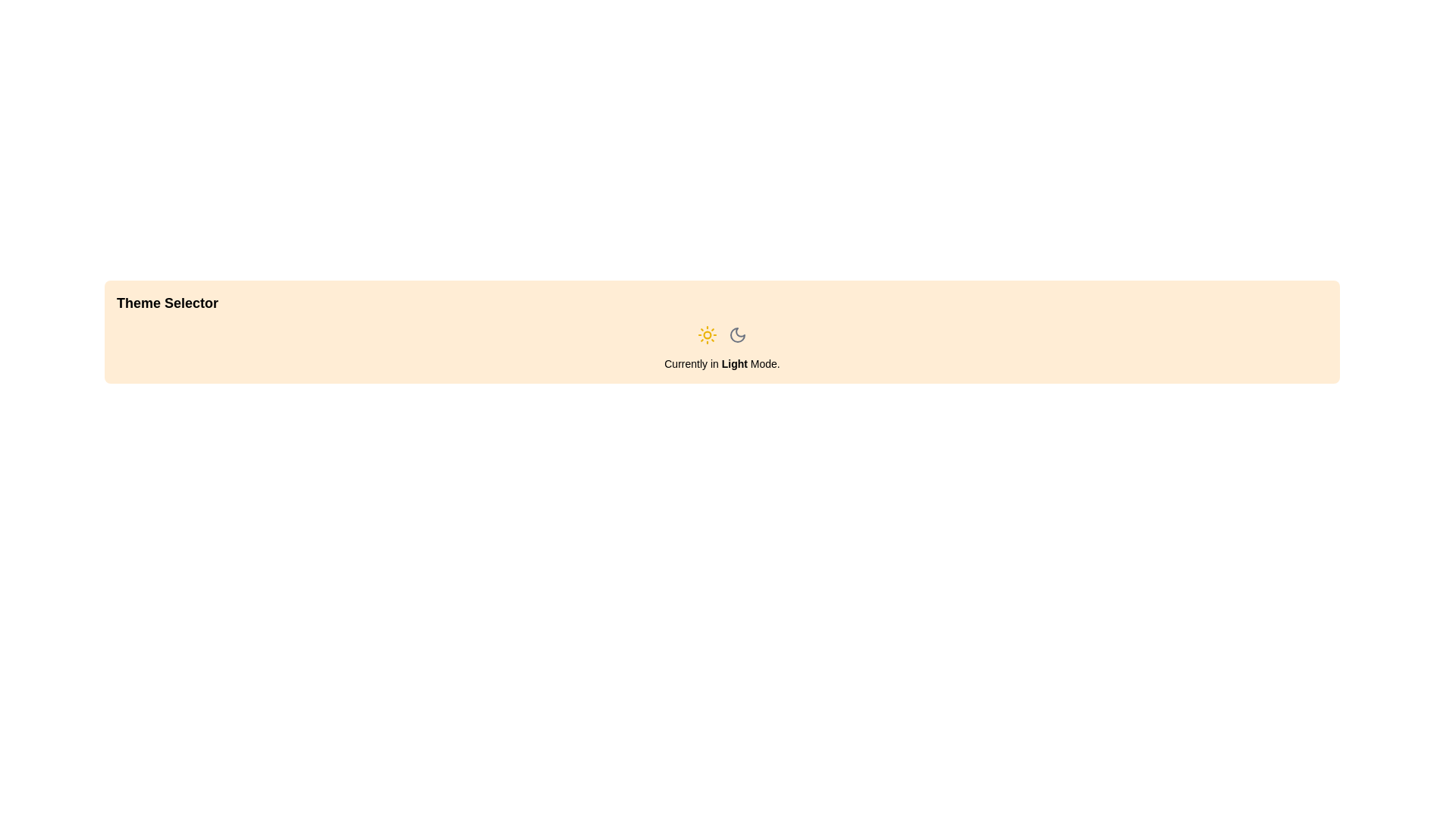 The width and height of the screenshot is (1456, 819). Describe the element at coordinates (737, 334) in the screenshot. I see `the button to set the theme to Dark` at that location.